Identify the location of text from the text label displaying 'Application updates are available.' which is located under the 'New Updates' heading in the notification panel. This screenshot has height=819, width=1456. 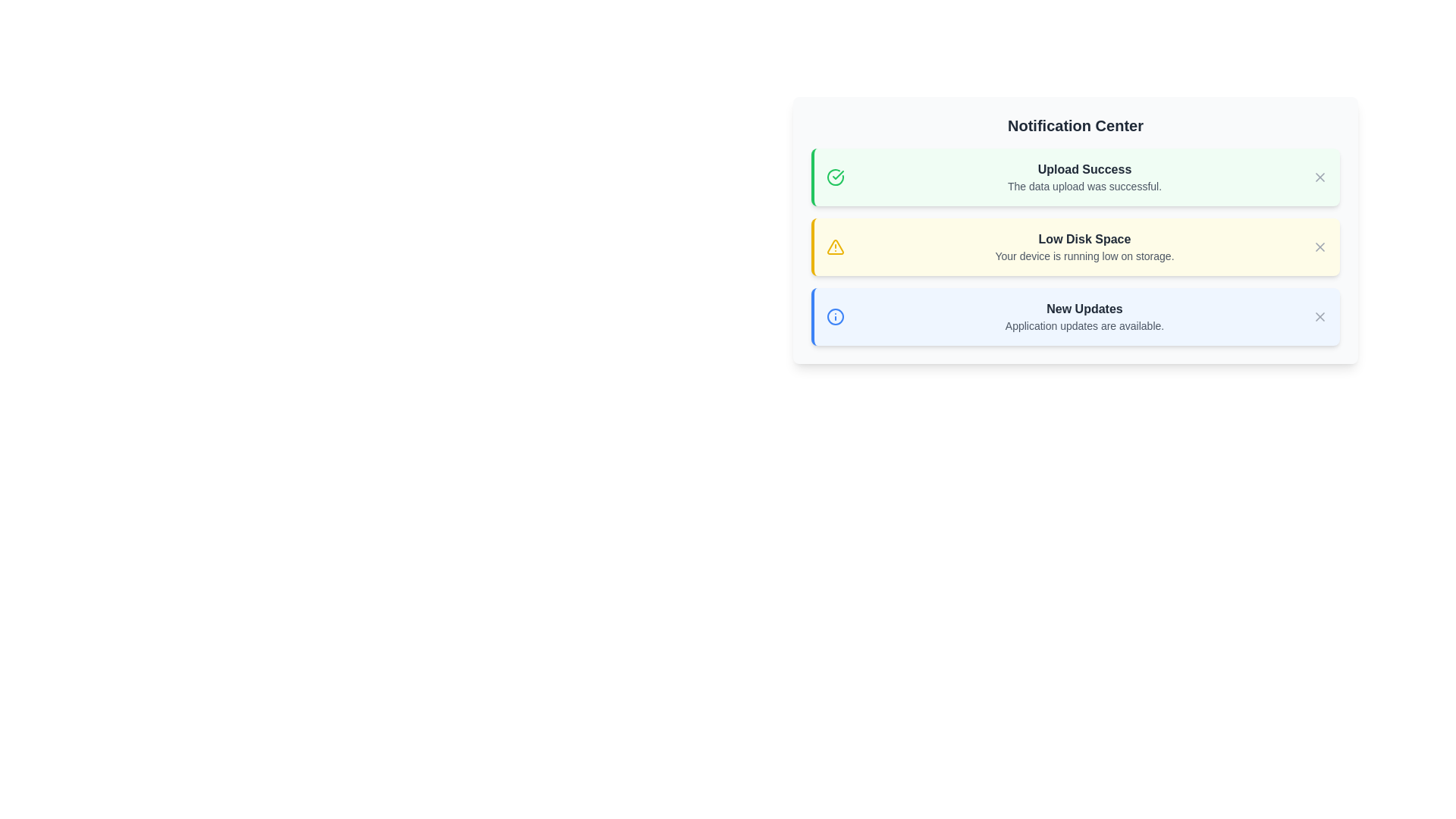
(1084, 325).